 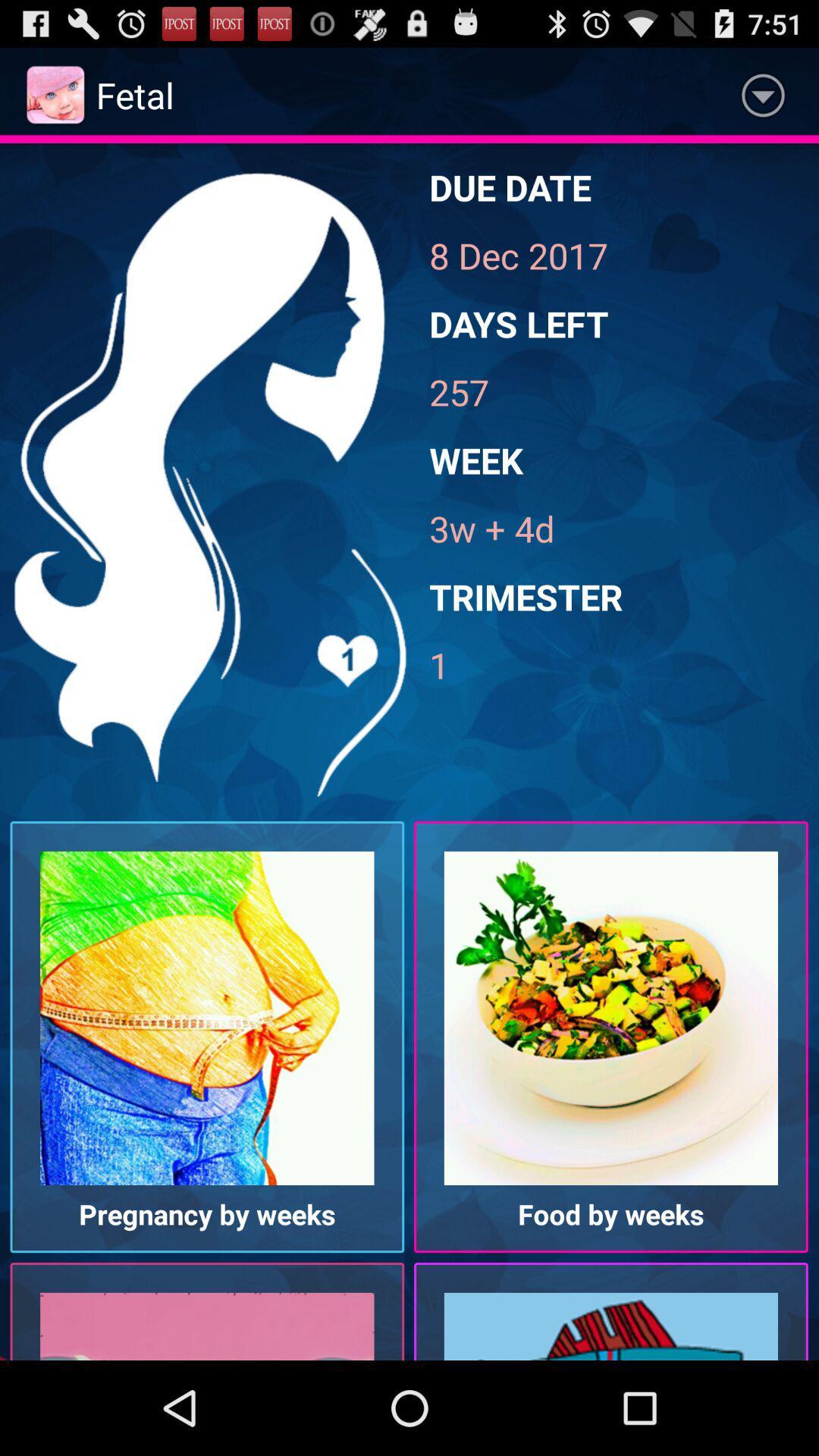 What do you see at coordinates (763, 94) in the screenshot?
I see `the app next to fetal item` at bounding box center [763, 94].